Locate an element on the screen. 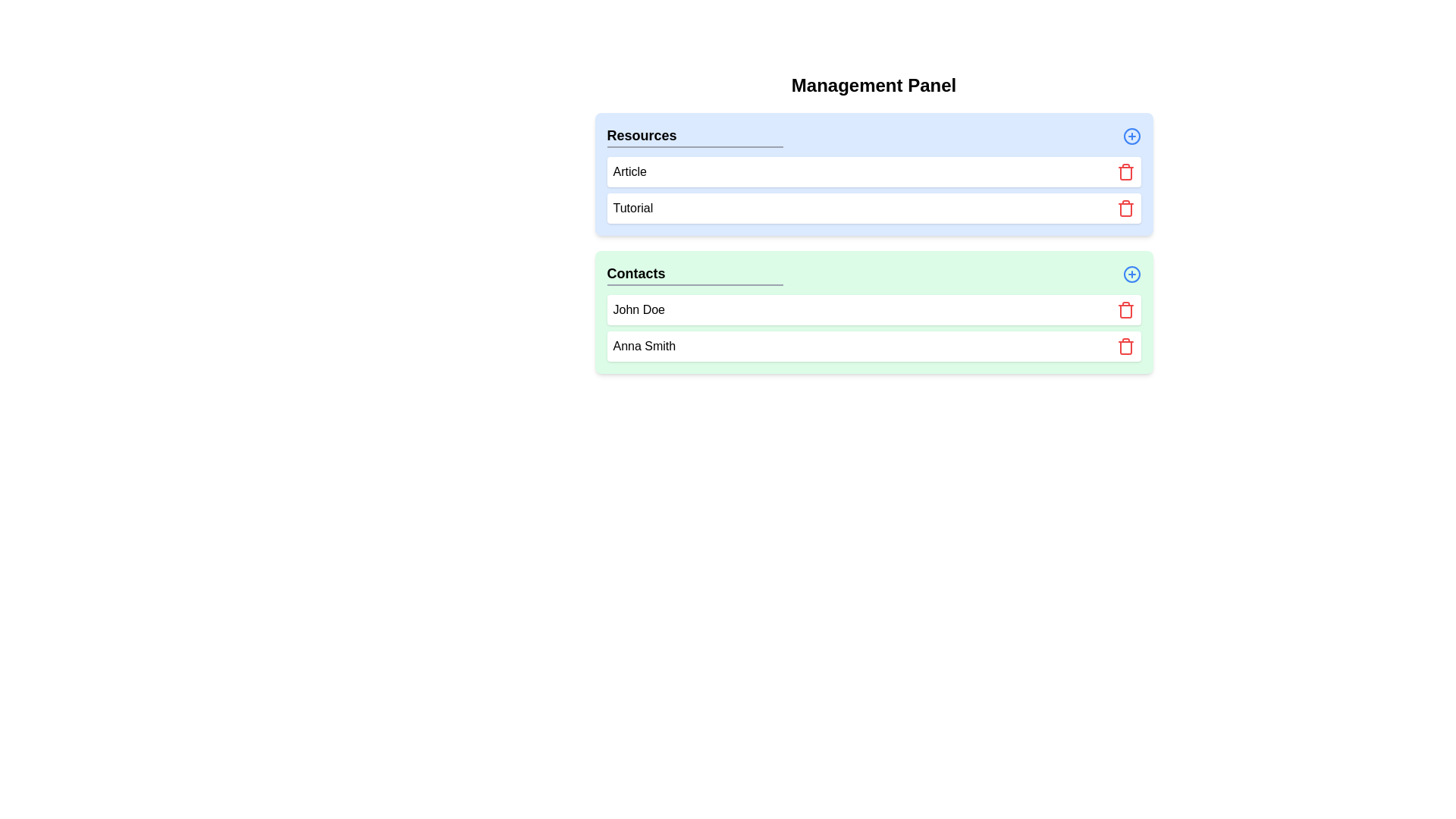  the header of the category to view its elements is located at coordinates (694, 136).